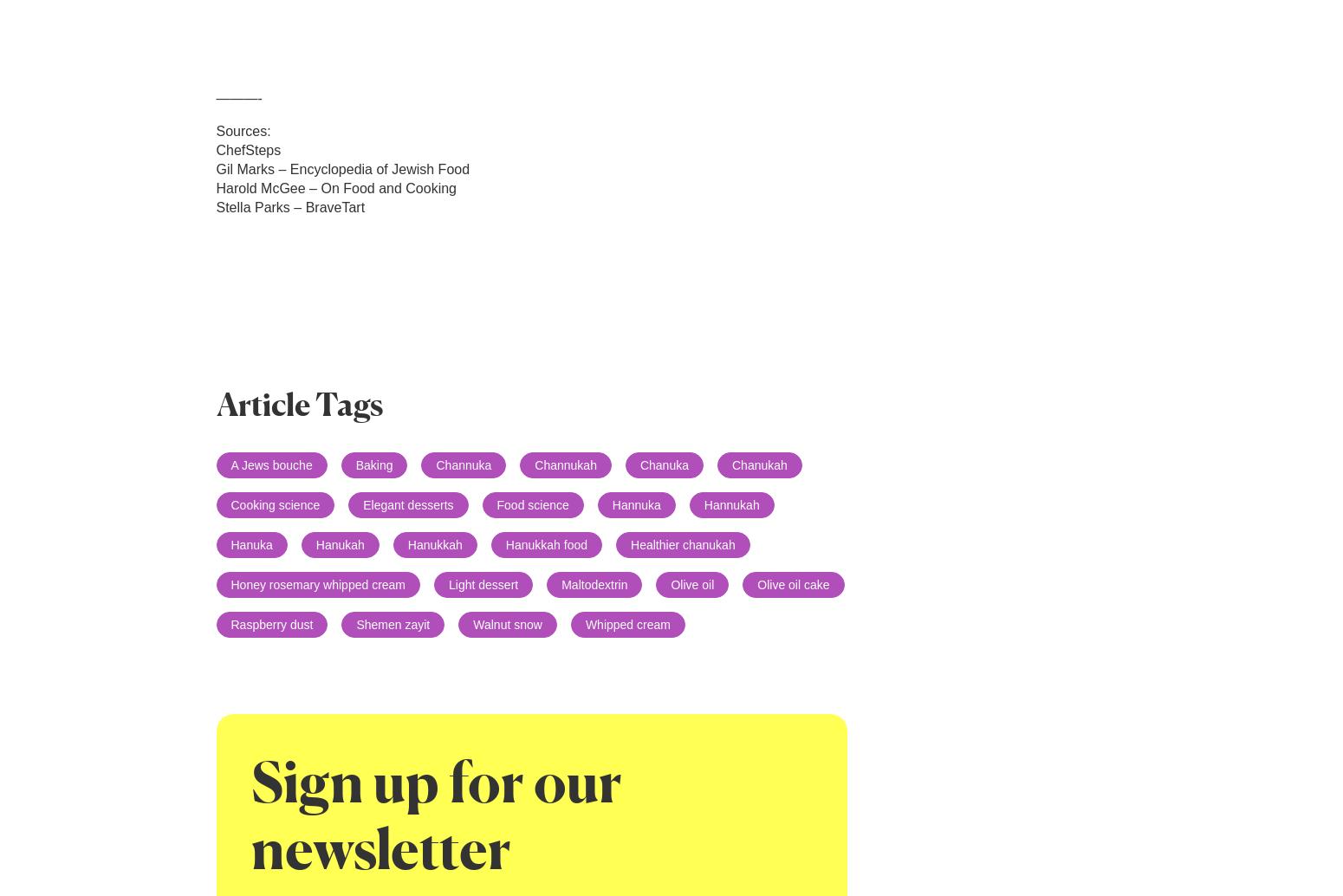  I want to click on 'Channuka', so click(463, 464).